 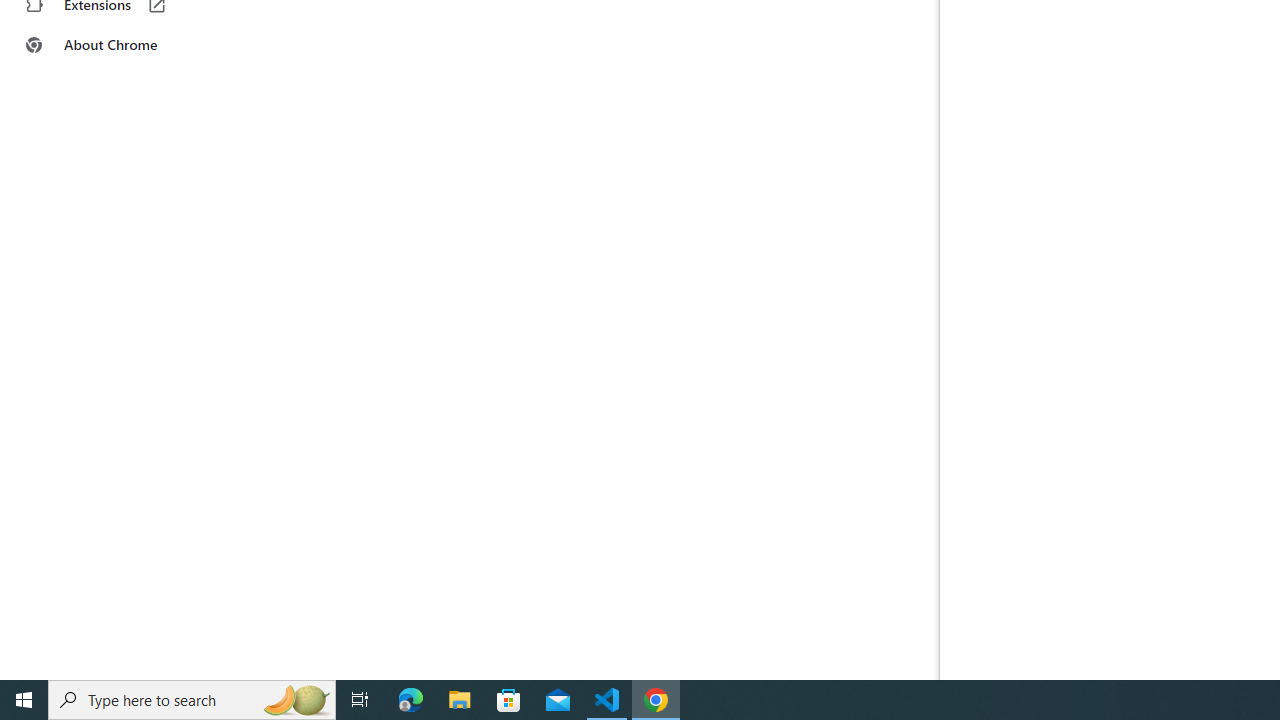 What do you see at coordinates (123, 45) in the screenshot?
I see `'About Chrome'` at bounding box center [123, 45].